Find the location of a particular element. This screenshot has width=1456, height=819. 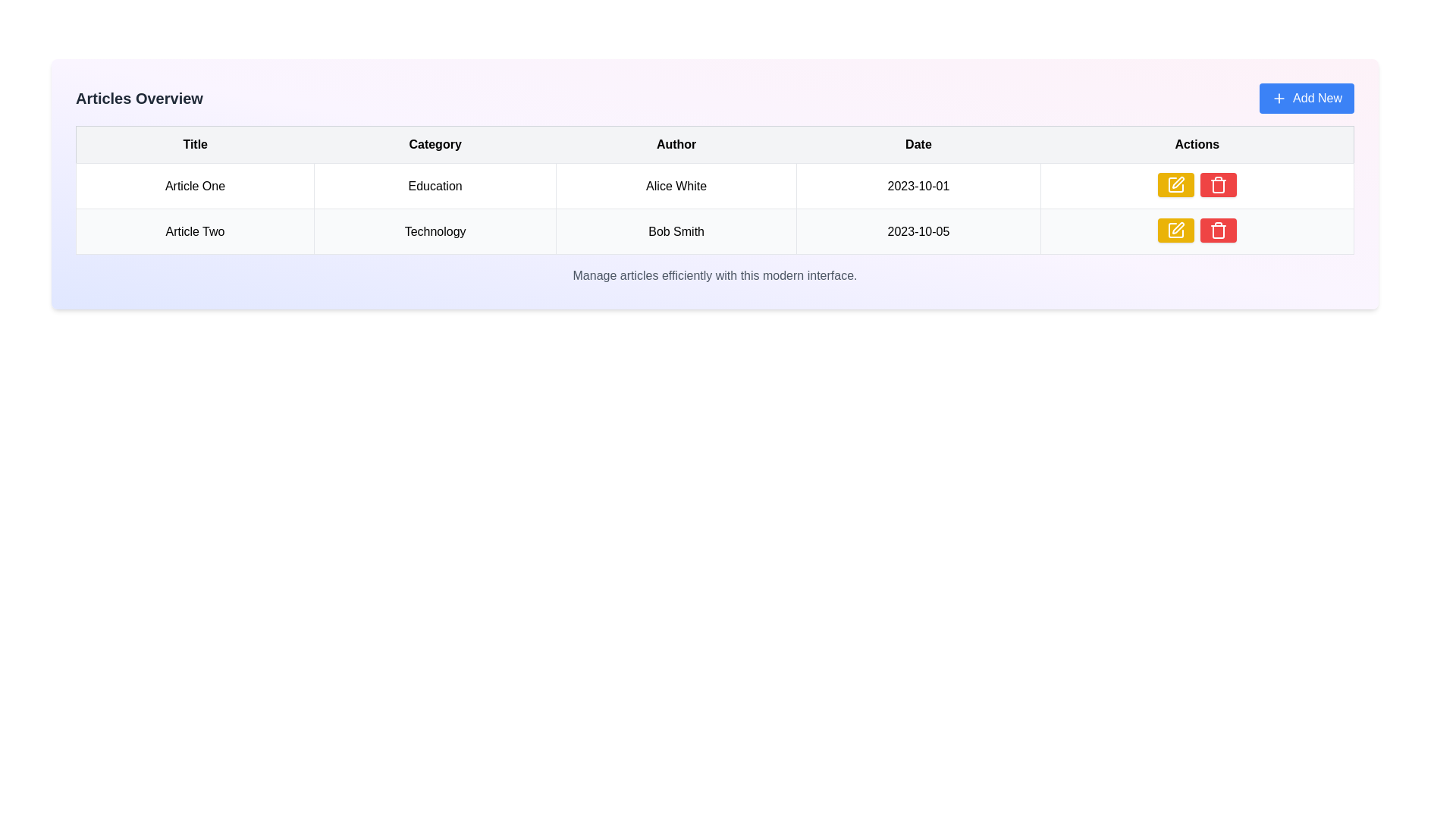

the delete button located in the 'Actions' column of the second row for 'Article Two' is located at coordinates (1219, 184).